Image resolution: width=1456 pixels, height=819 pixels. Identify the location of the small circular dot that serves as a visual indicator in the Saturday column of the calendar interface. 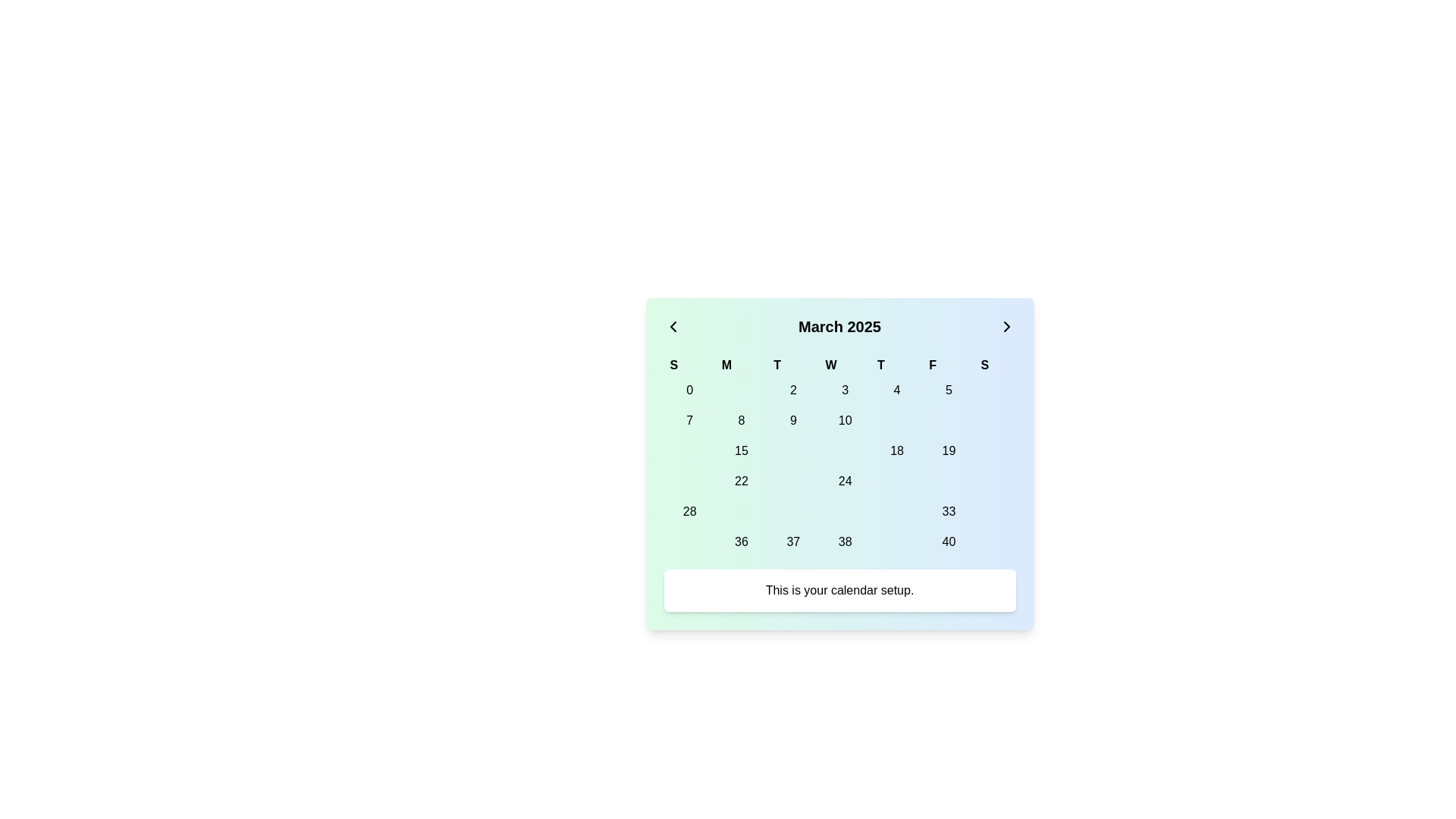
(995, 390).